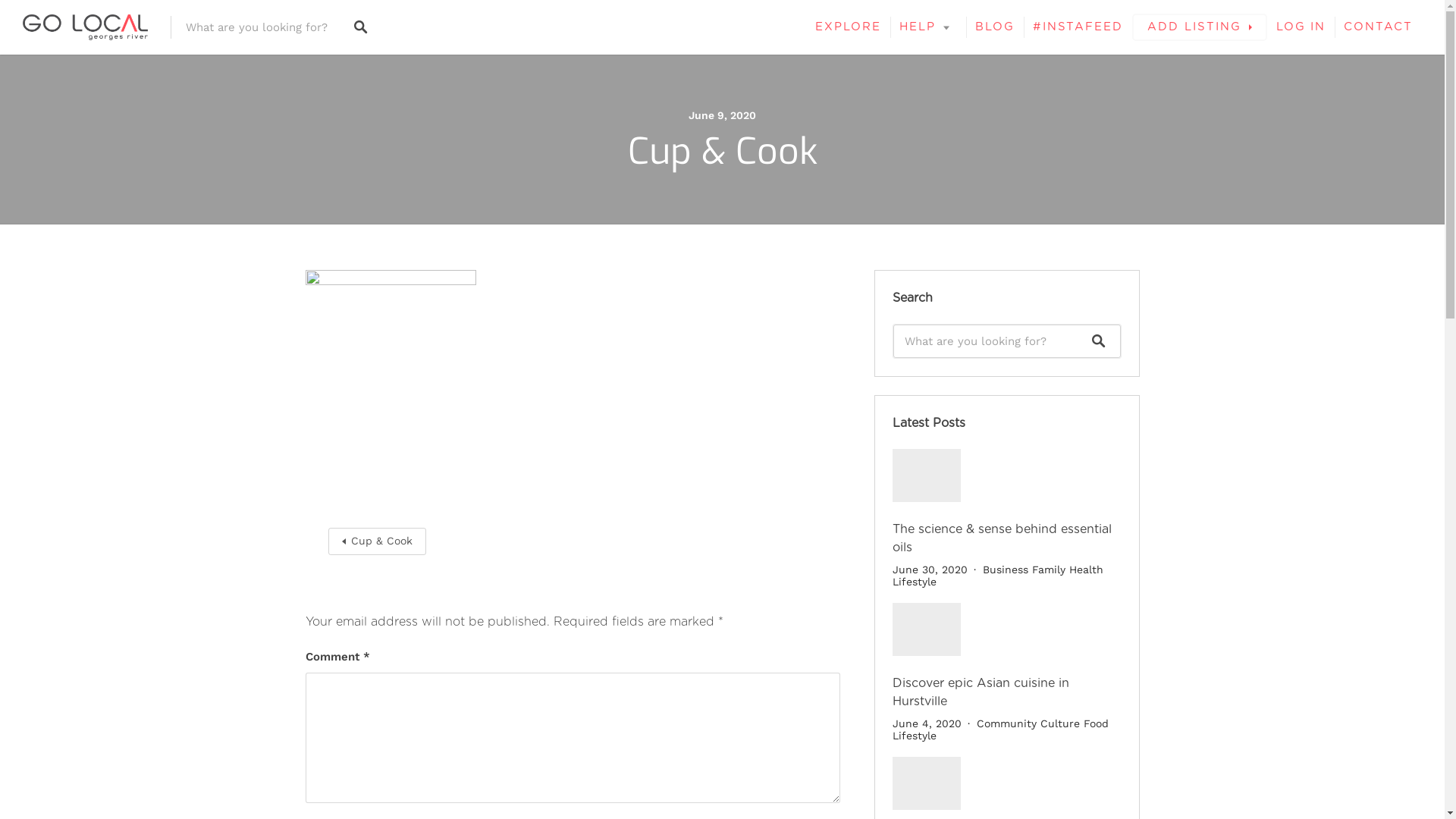 This screenshot has height=819, width=1456. Describe the element at coordinates (976, 722) in the screenshot. I see `'Community'` at that location.